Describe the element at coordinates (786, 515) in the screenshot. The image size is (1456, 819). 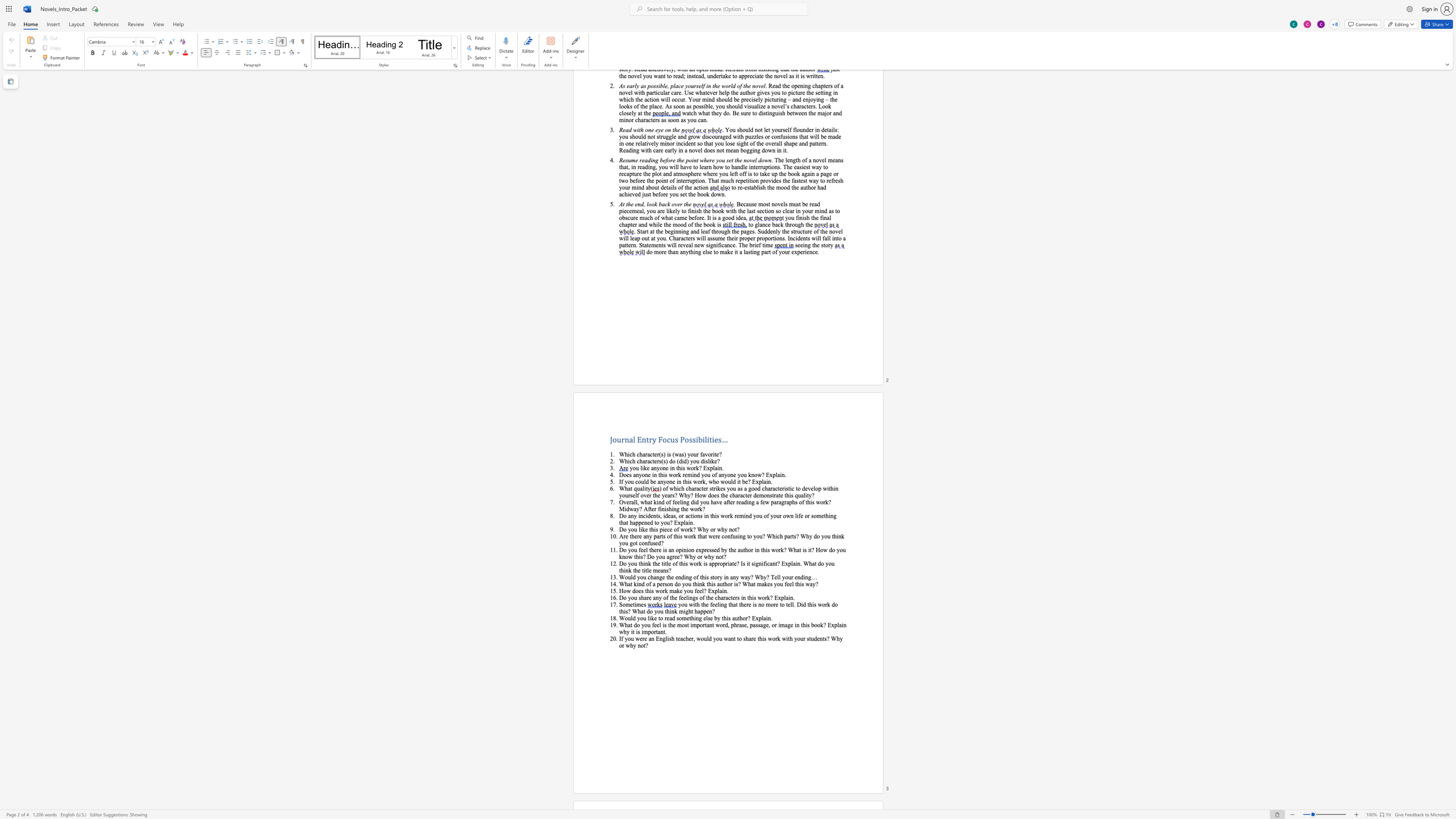
I see `the space between the continuous character "o" and "w" in the text` at that location.